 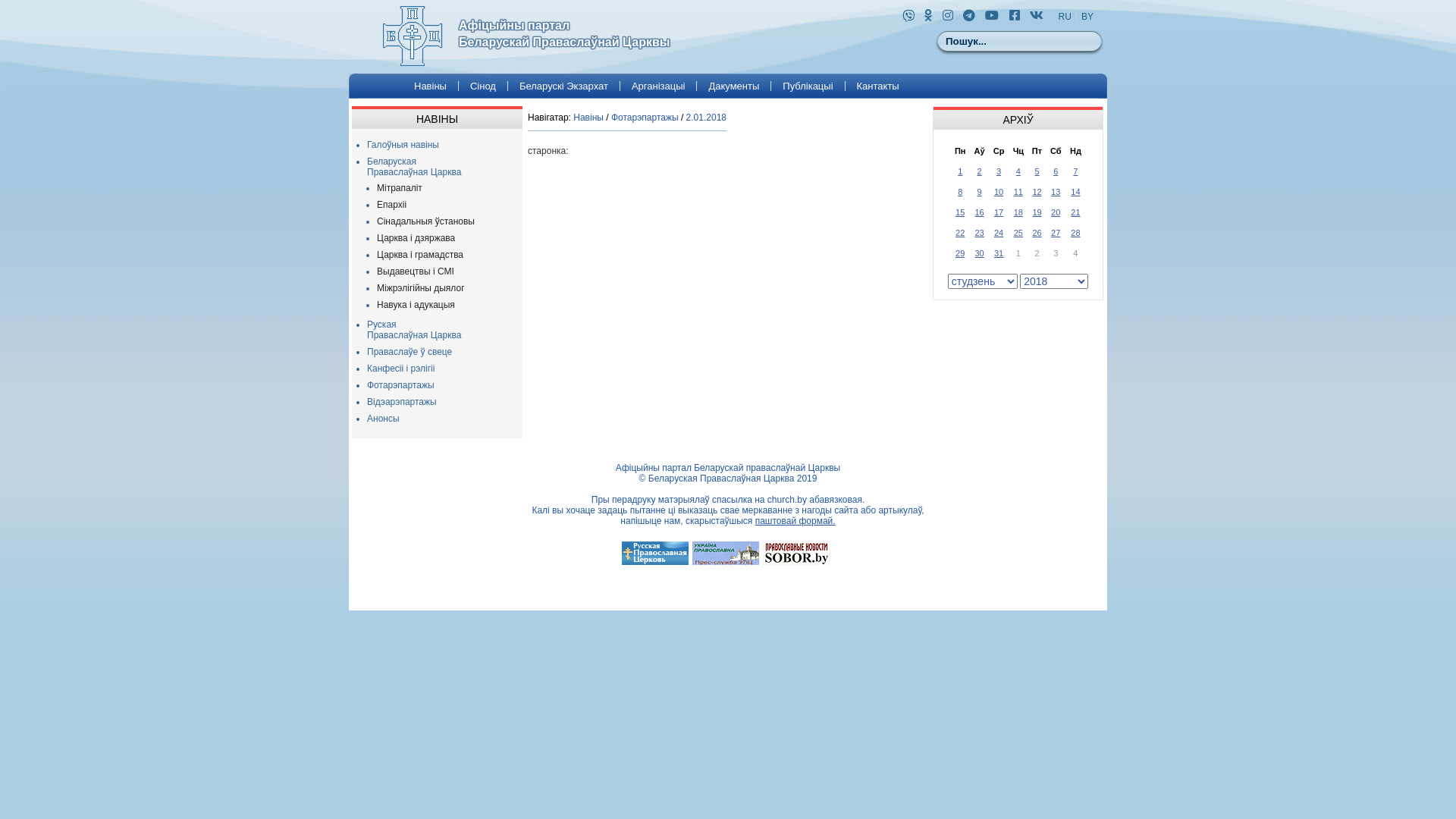 I want to click on '24', so click(x=993, y=231).